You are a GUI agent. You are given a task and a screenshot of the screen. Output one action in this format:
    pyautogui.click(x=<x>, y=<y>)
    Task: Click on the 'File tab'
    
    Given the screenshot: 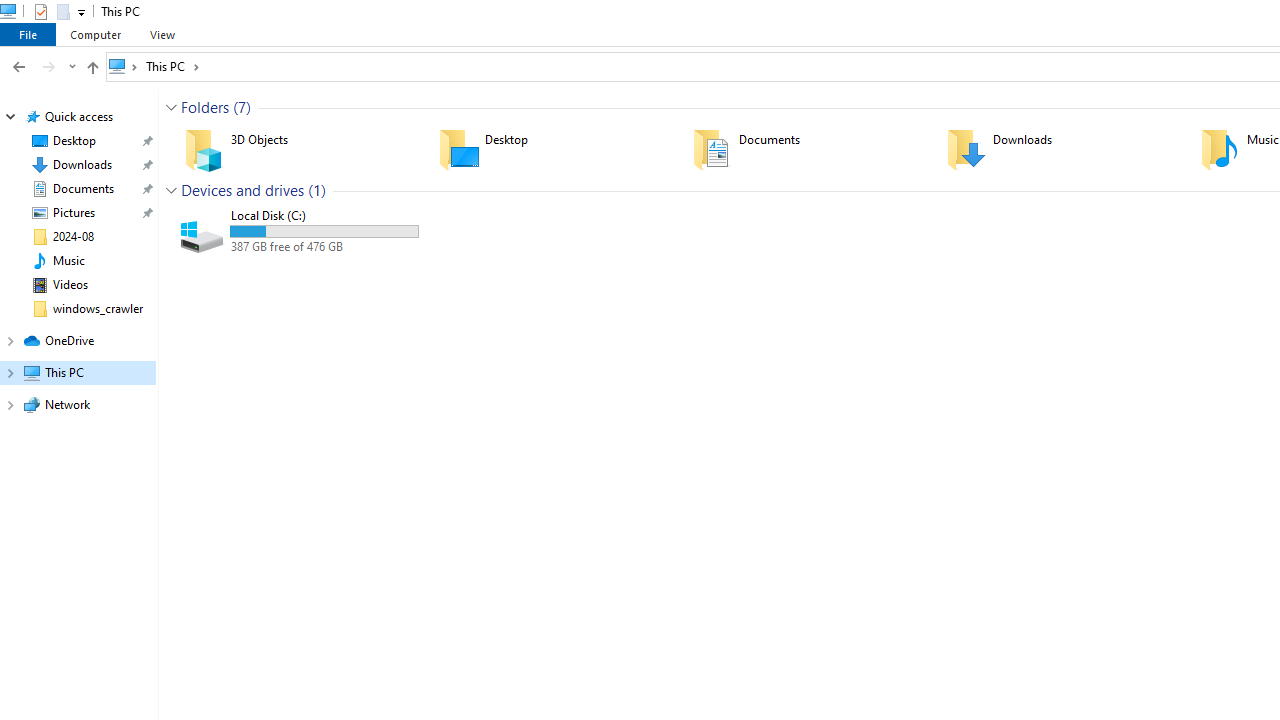 What is the action you would take?
    pyautogui.click(x=28, y=34)
    